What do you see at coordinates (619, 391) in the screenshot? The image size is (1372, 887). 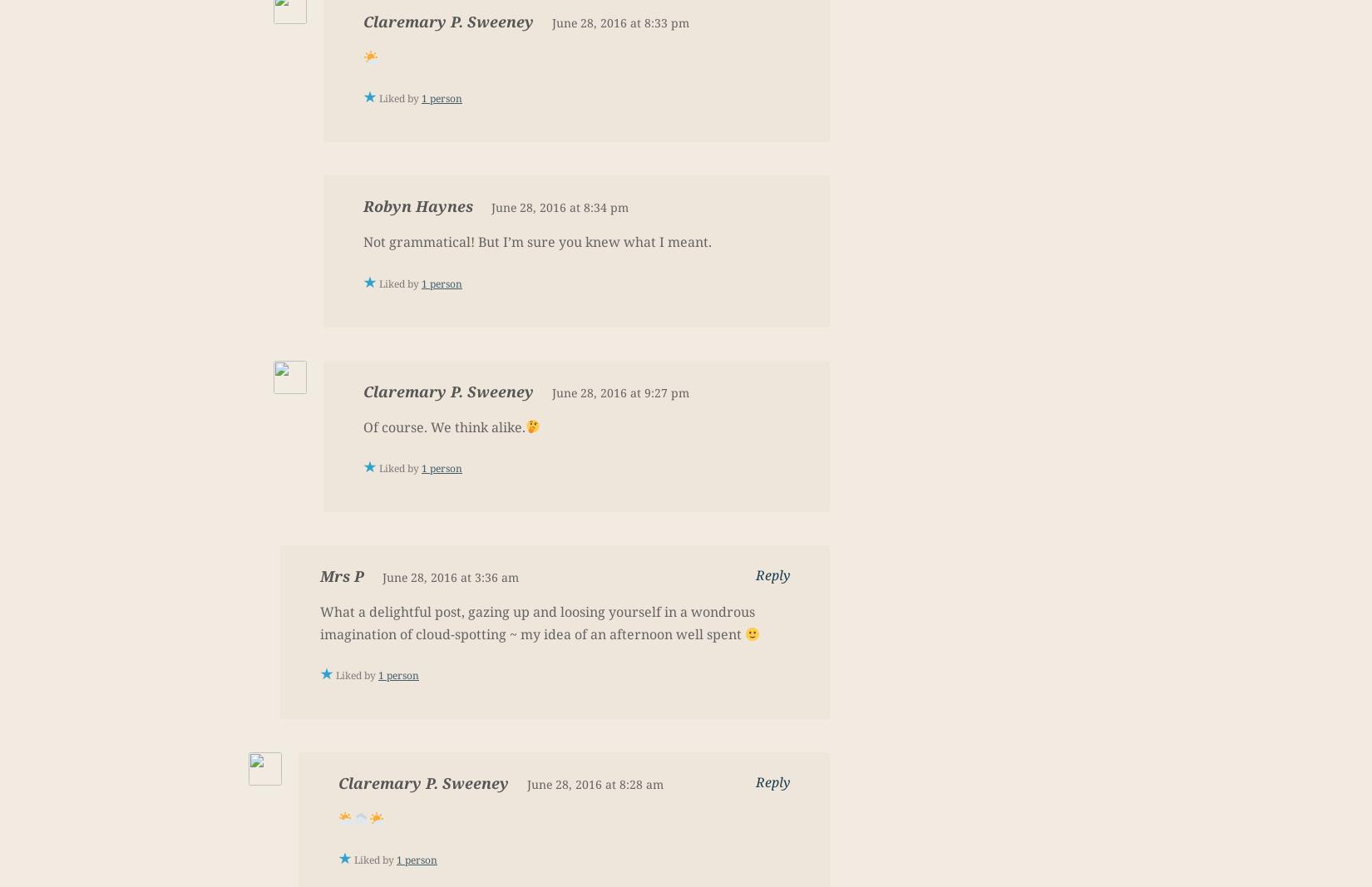 I see `'June 28, 2016 at 9:27 pm'` at bounding box center [619, 391].